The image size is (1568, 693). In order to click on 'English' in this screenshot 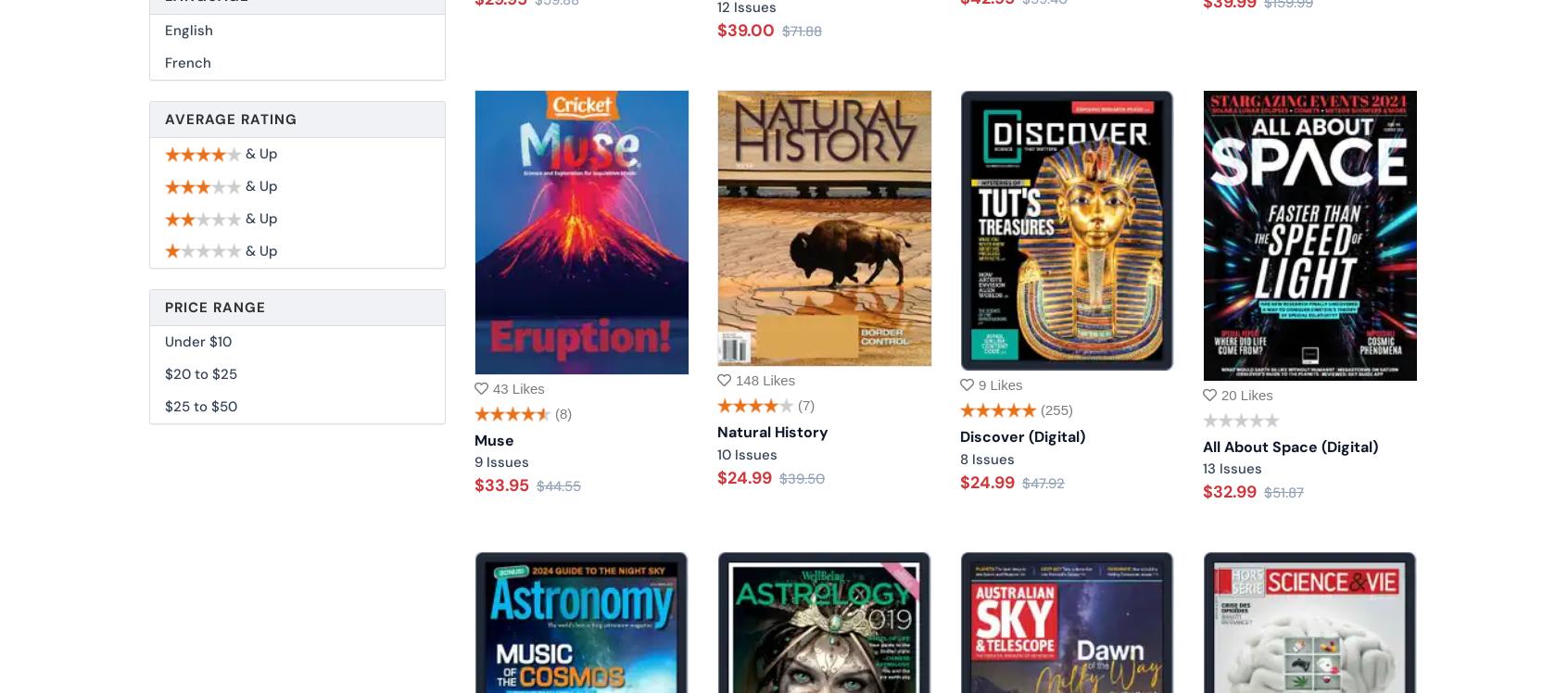, I will do `click(188, 30)`.